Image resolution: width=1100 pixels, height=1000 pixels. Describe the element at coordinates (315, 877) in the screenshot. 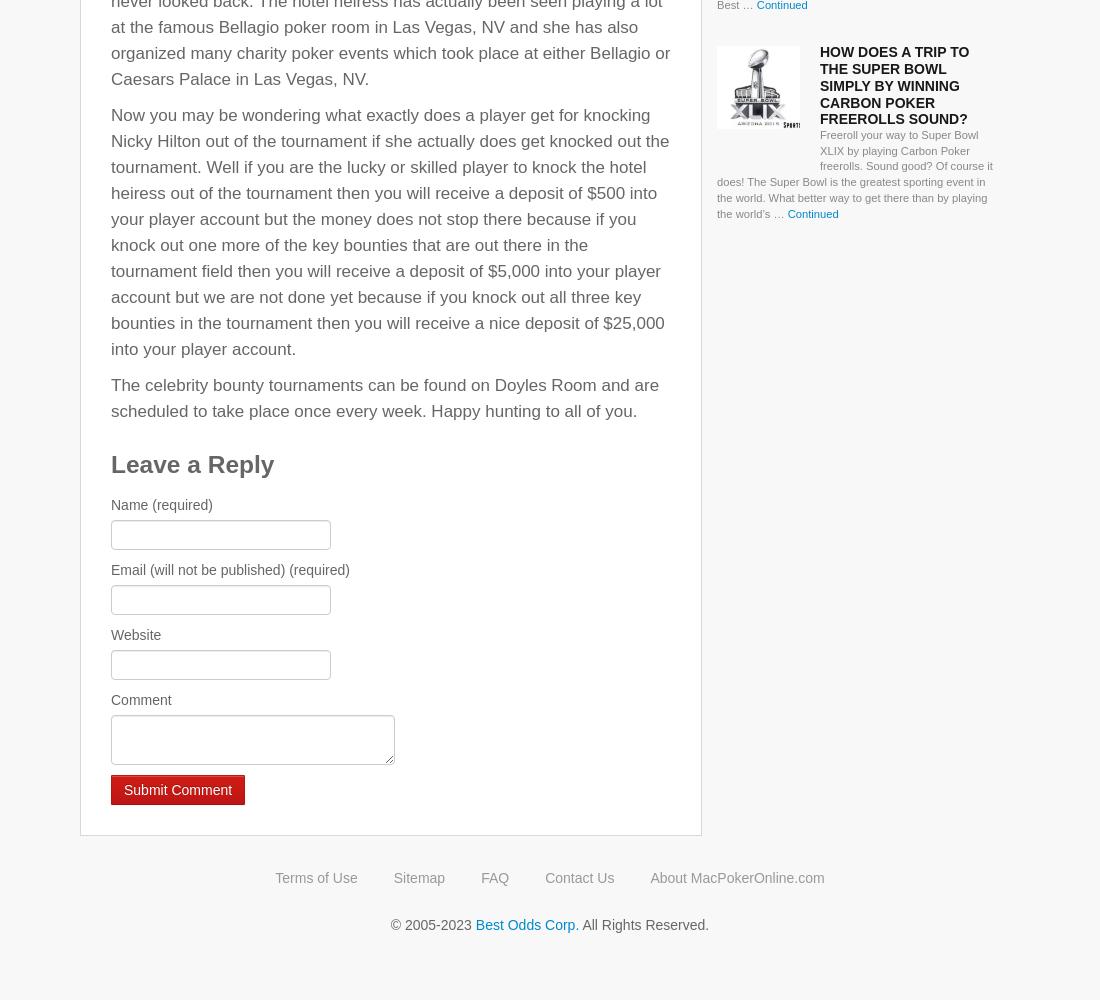

I see `'Terms of Use'` at that location.